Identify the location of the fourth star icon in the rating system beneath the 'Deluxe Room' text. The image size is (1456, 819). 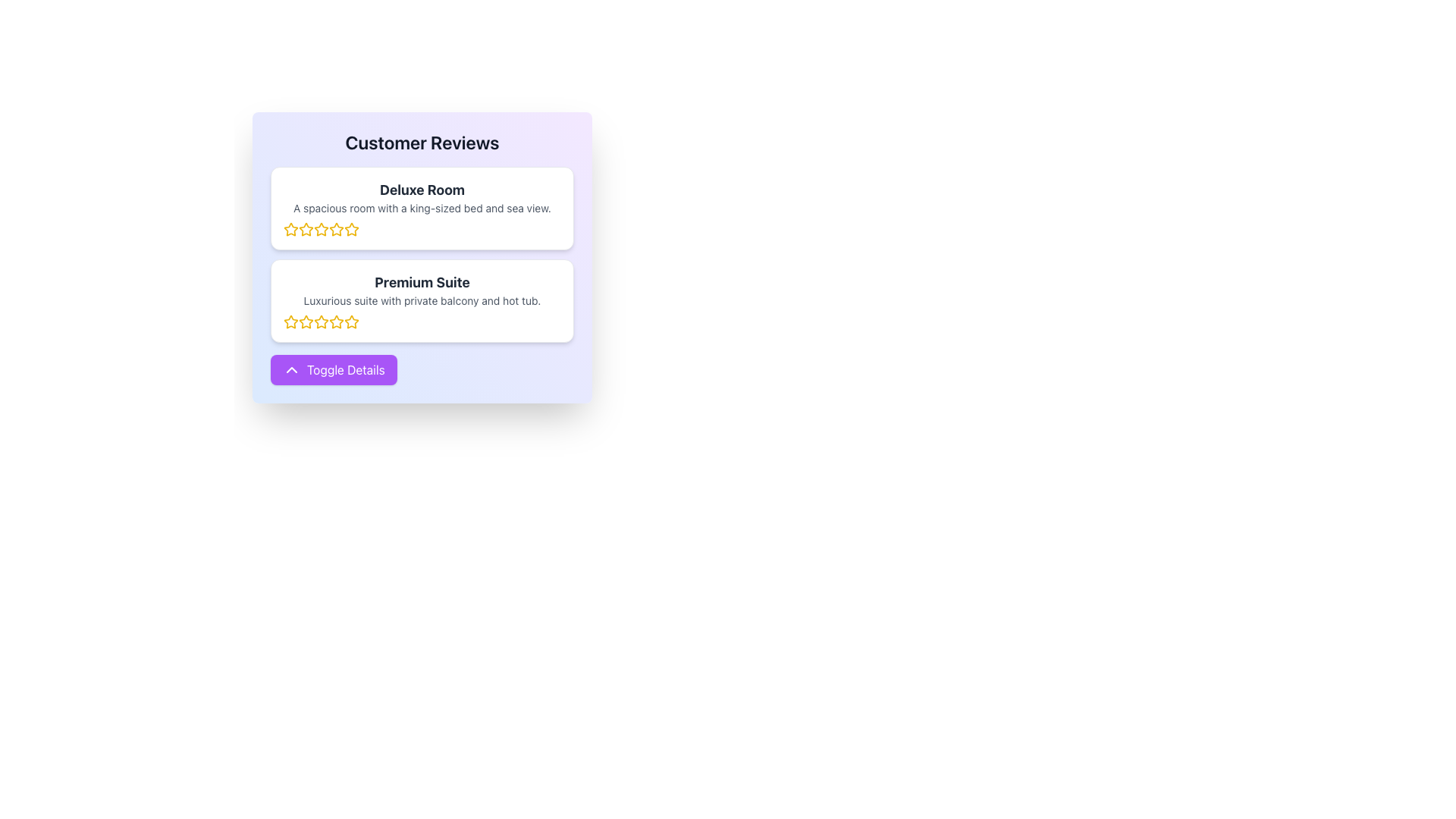
(320, 230).